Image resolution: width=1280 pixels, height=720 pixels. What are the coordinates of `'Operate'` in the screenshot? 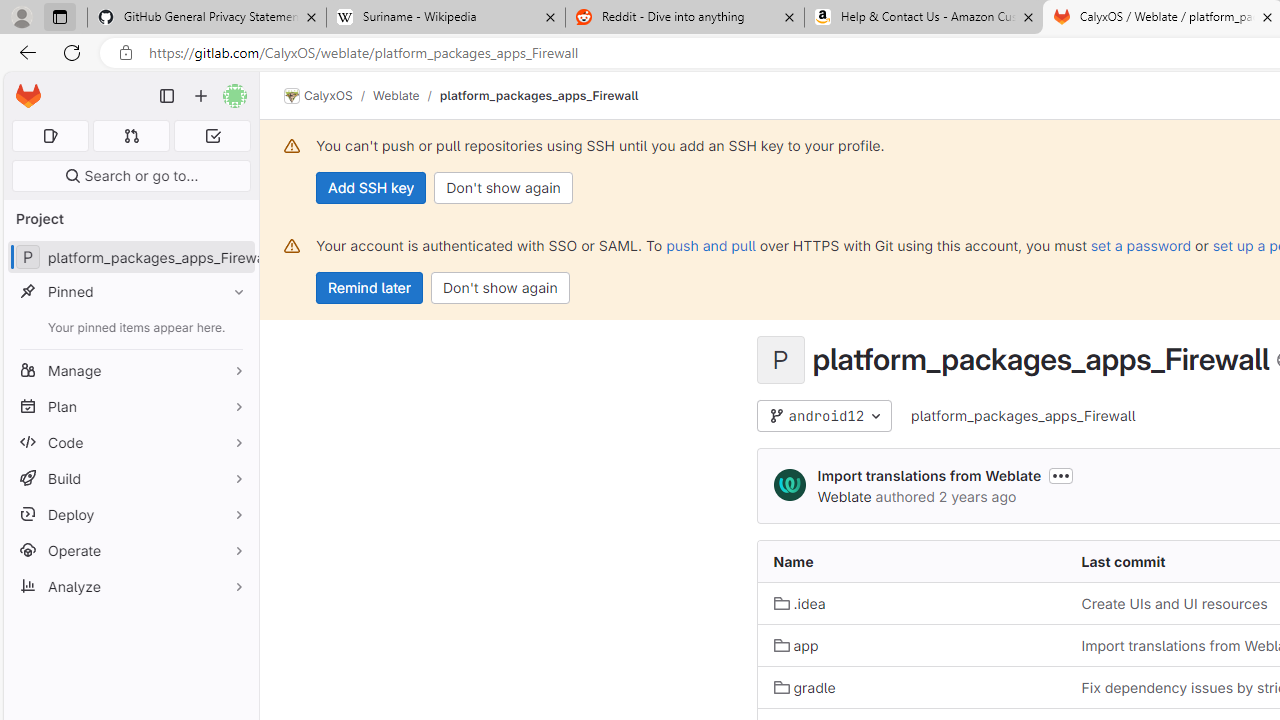 It's located at (130, 550).